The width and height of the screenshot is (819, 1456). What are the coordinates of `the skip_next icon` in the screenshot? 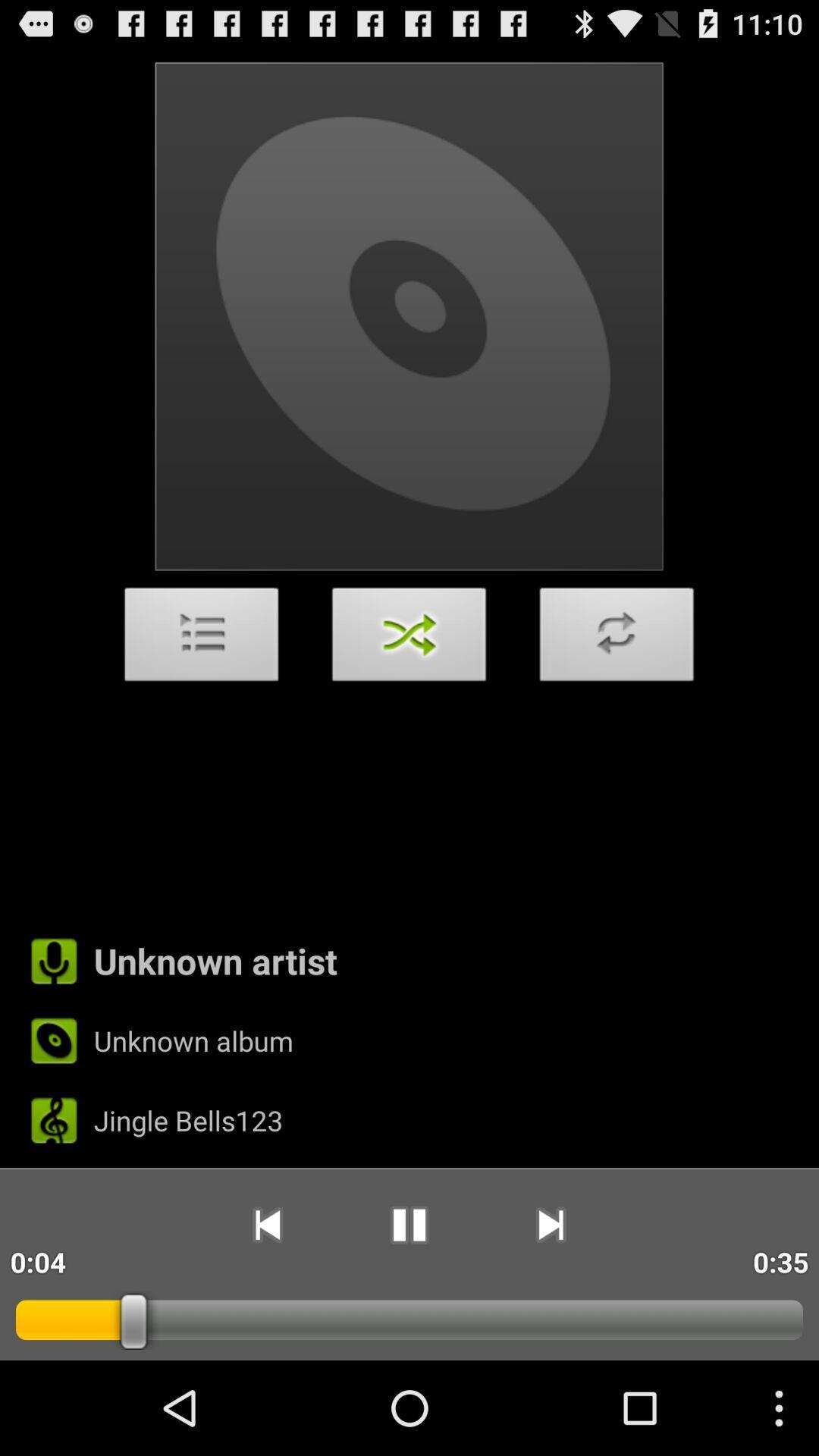 It's located at (551, 1310).